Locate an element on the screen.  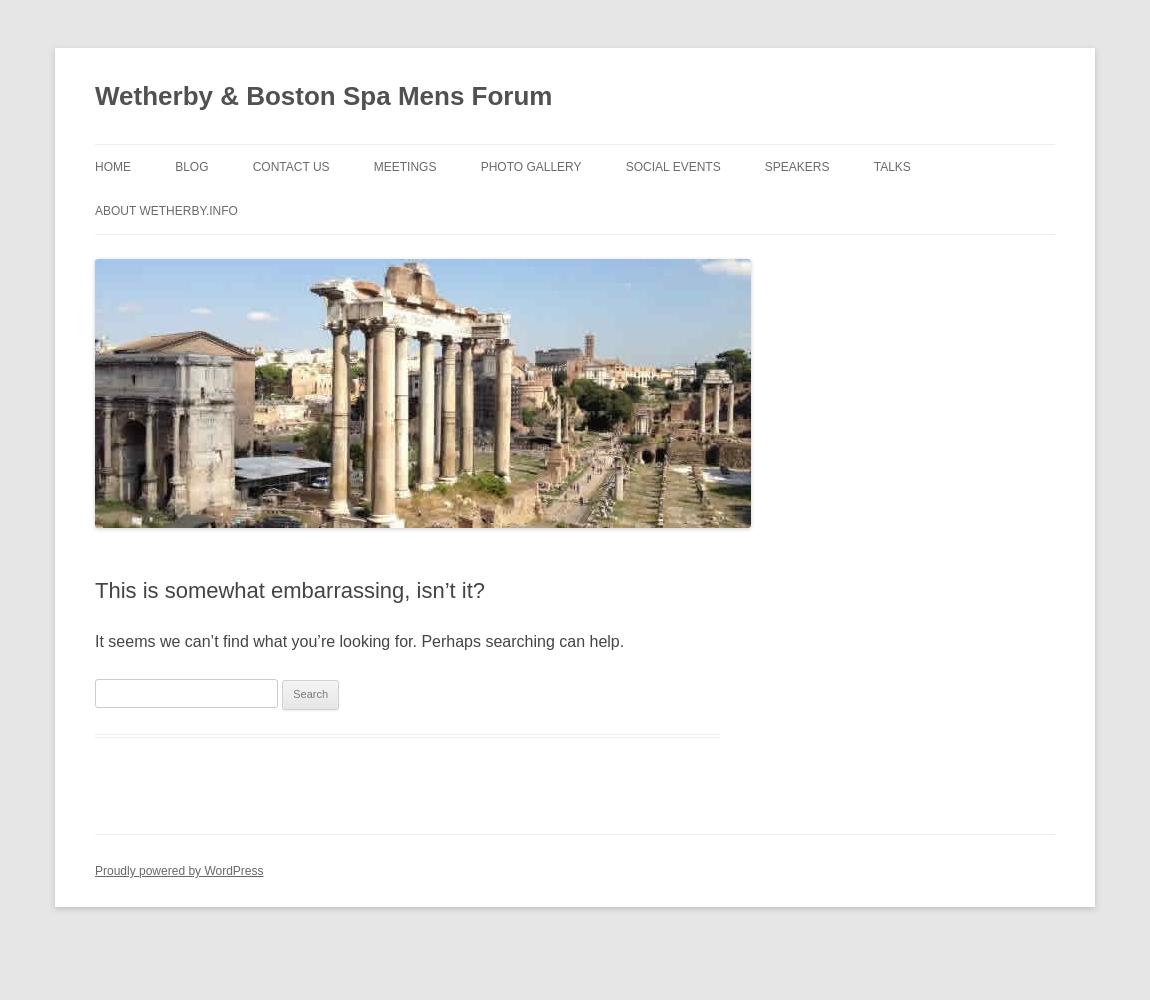
'Blog' is located at coordinates (190, 167).